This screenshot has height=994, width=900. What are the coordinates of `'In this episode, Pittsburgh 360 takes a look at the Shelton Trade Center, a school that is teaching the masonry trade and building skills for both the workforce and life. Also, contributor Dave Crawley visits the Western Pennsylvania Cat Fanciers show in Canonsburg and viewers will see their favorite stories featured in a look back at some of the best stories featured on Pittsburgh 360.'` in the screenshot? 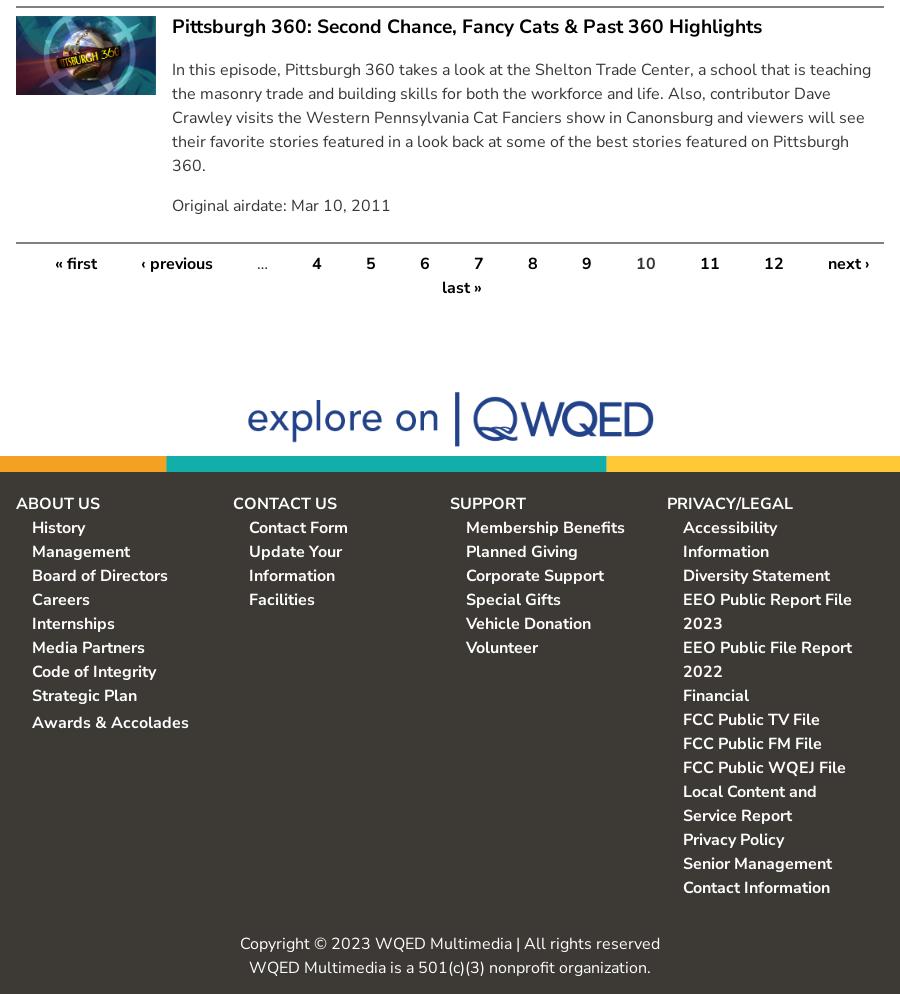 It's located at (520, 116).